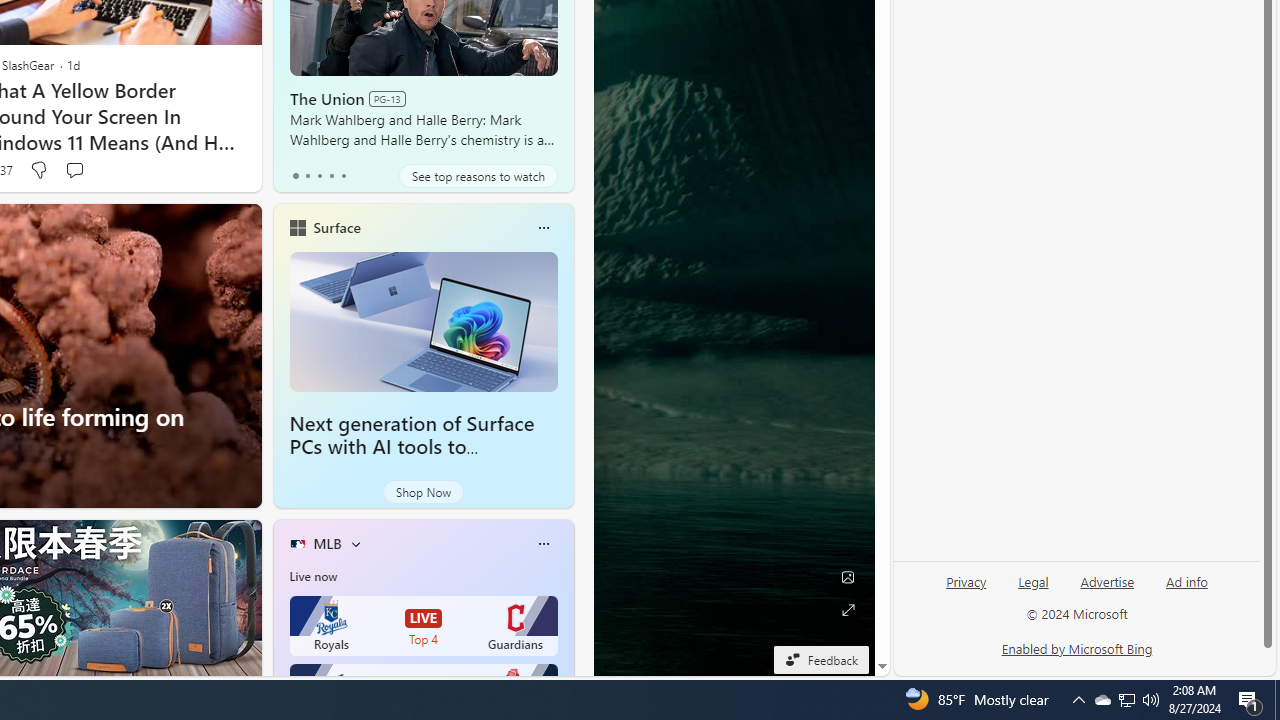 The image size is (1280, 720). What do you see at coordinates (320, 175) in the screenshot?
I see `'tab-2'` at bounding box center [320, 175].